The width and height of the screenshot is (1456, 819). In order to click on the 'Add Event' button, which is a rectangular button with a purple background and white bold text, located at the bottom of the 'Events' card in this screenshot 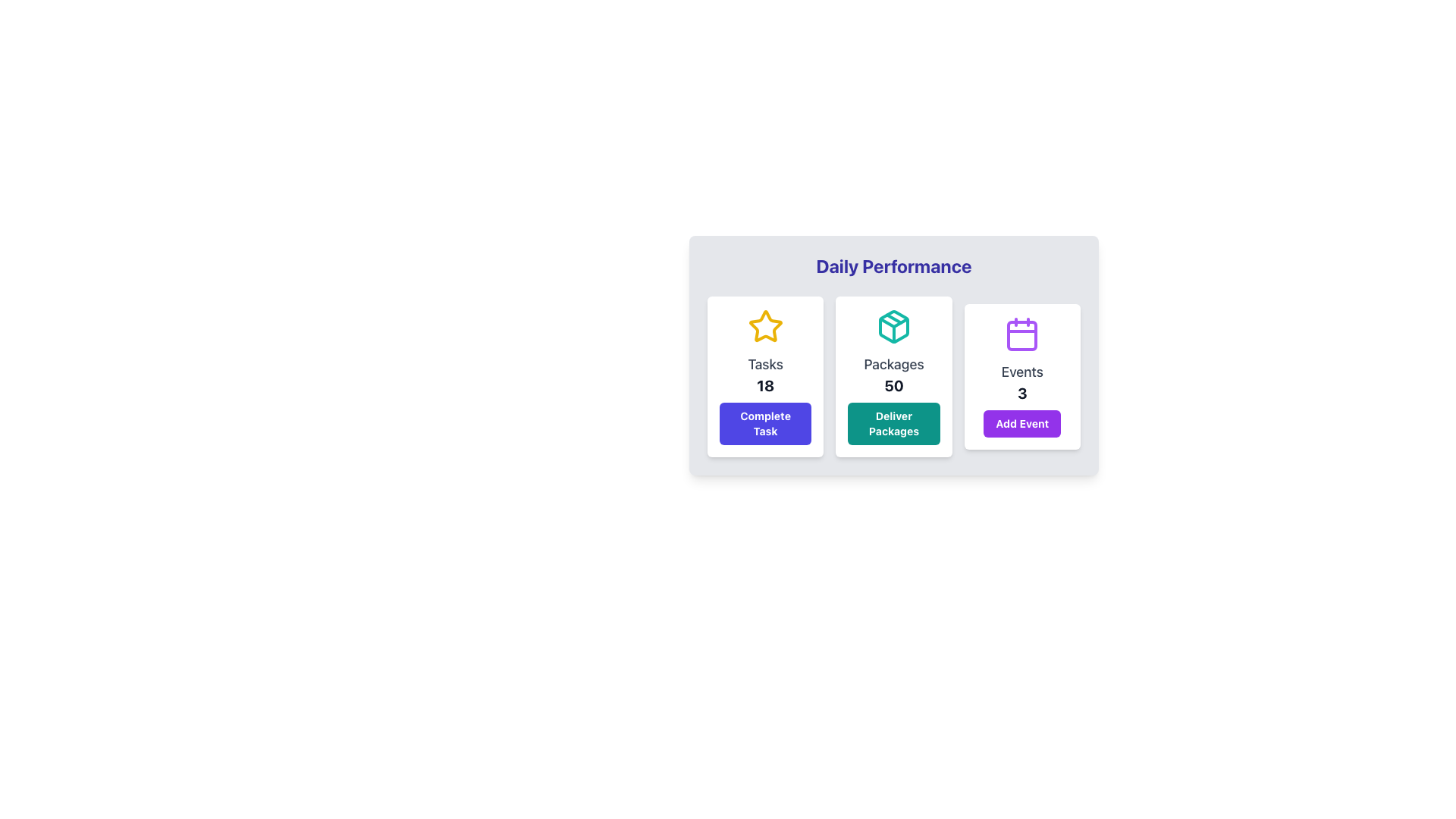, I will do `click(1022, 424)`.